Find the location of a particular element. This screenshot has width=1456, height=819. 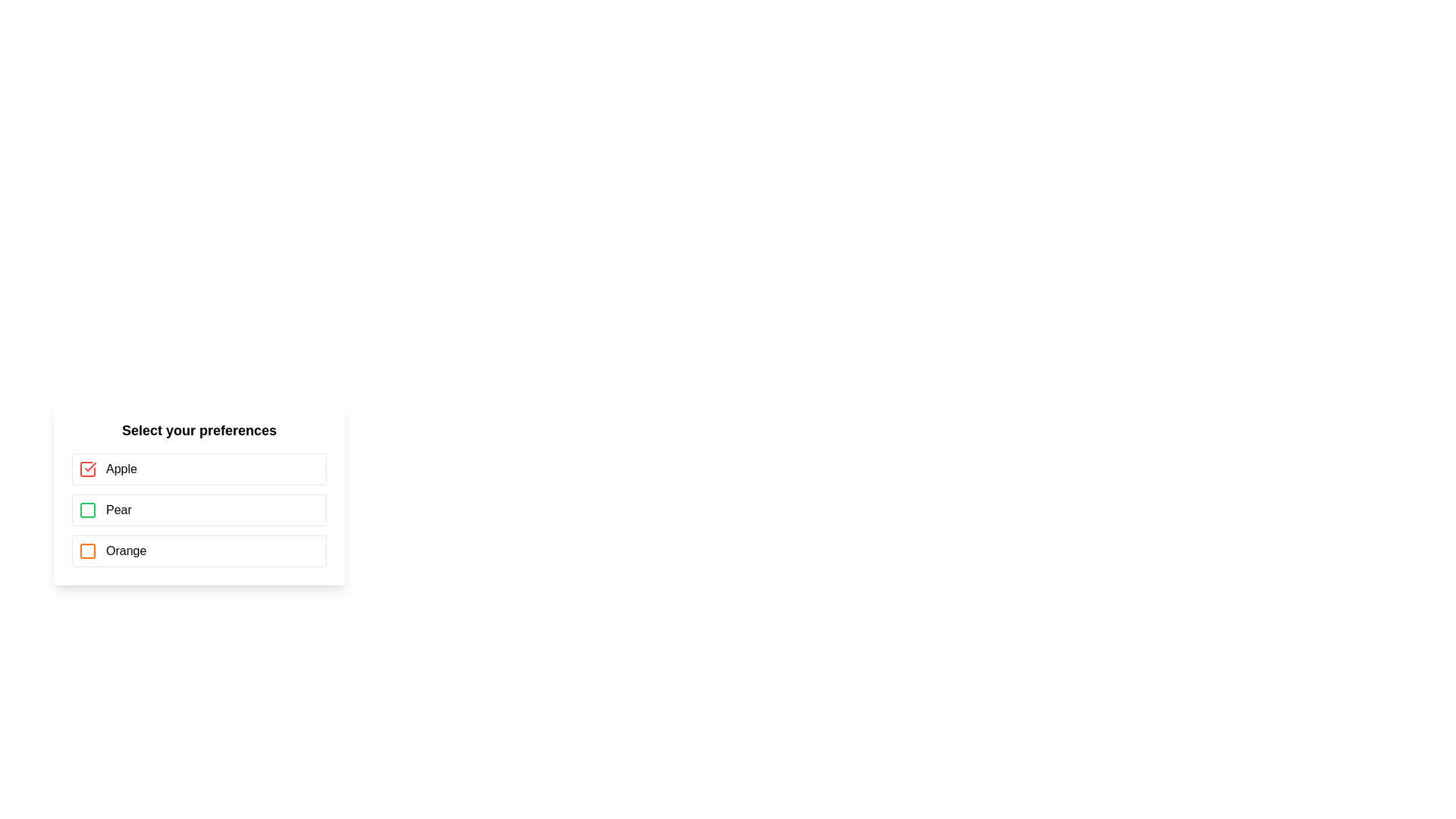

the checkbox associated with the 'Orange' text label is located at coordinates (126, 551).